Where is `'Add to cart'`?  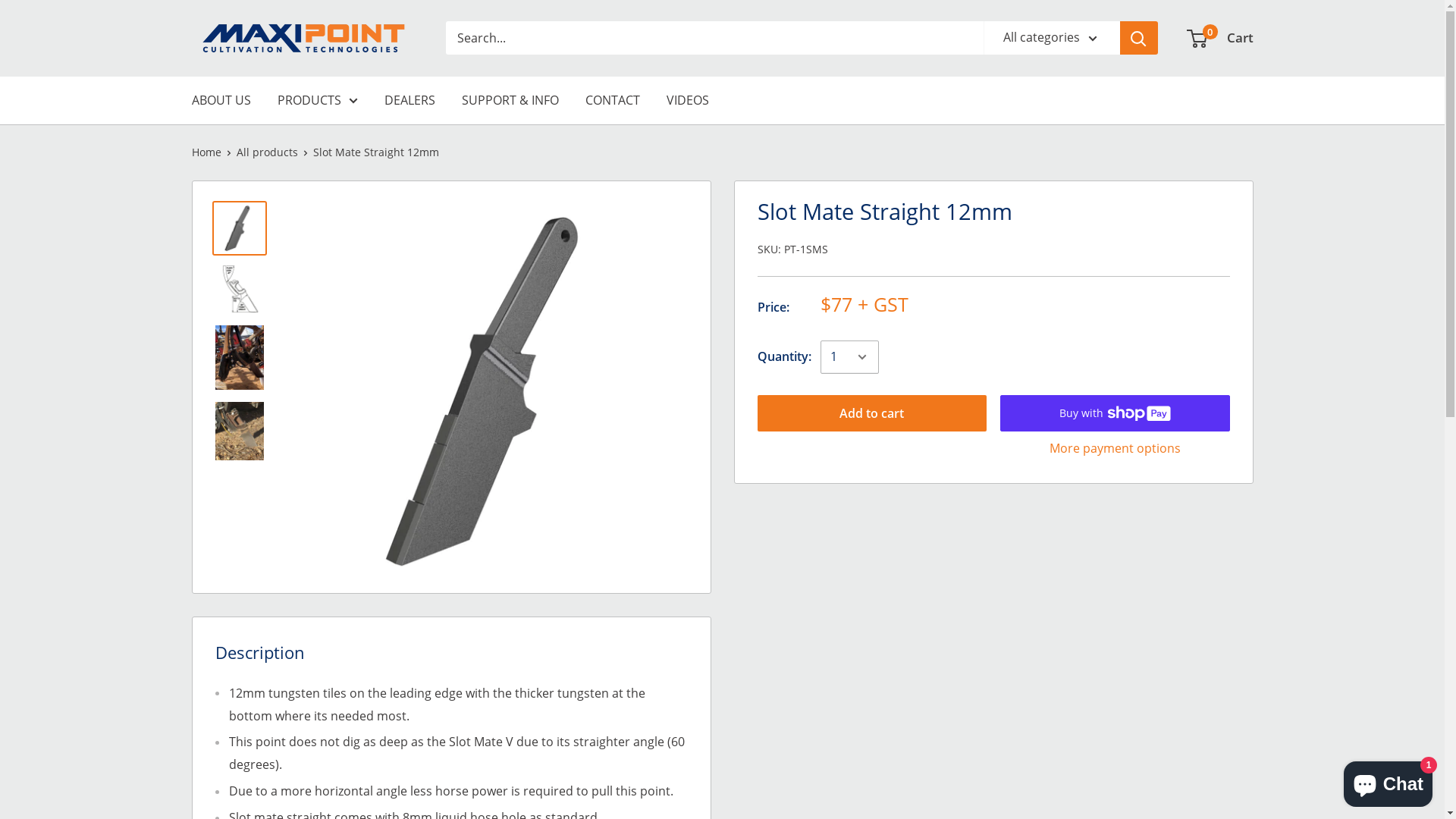 'Add to cart' is located at coordinates (871, 413).